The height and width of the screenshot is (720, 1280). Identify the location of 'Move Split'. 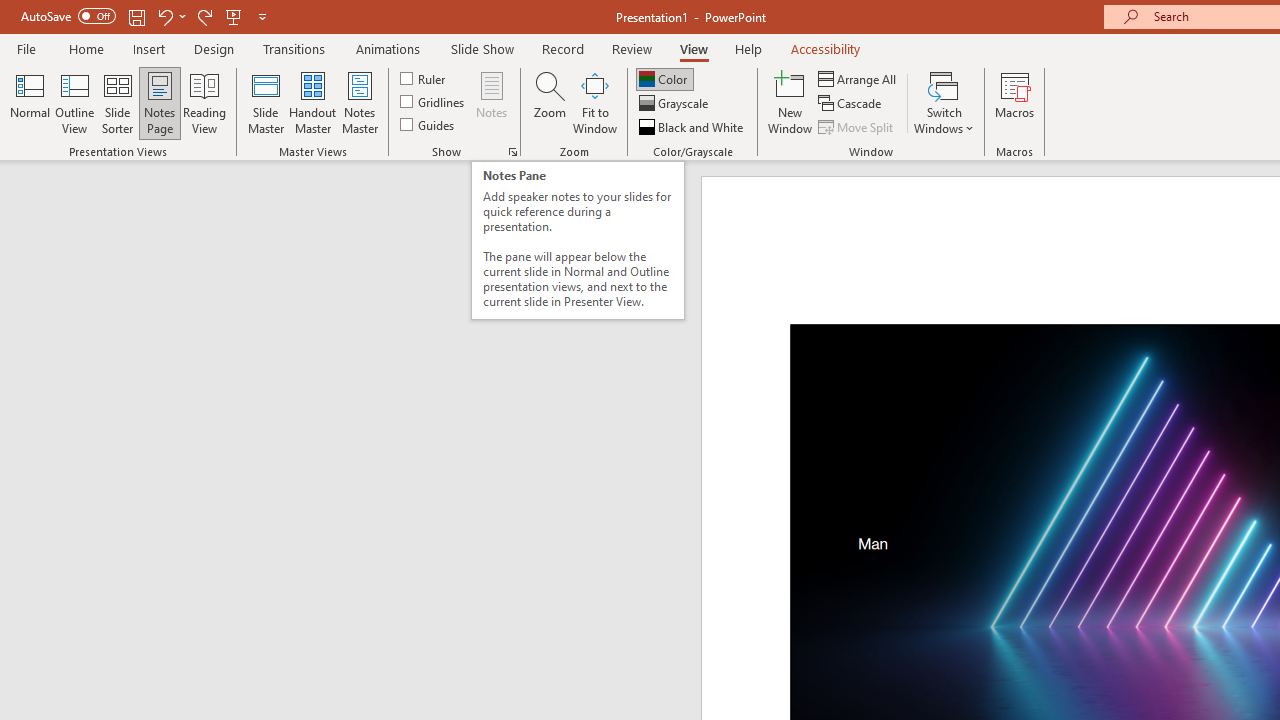
(857, 127).